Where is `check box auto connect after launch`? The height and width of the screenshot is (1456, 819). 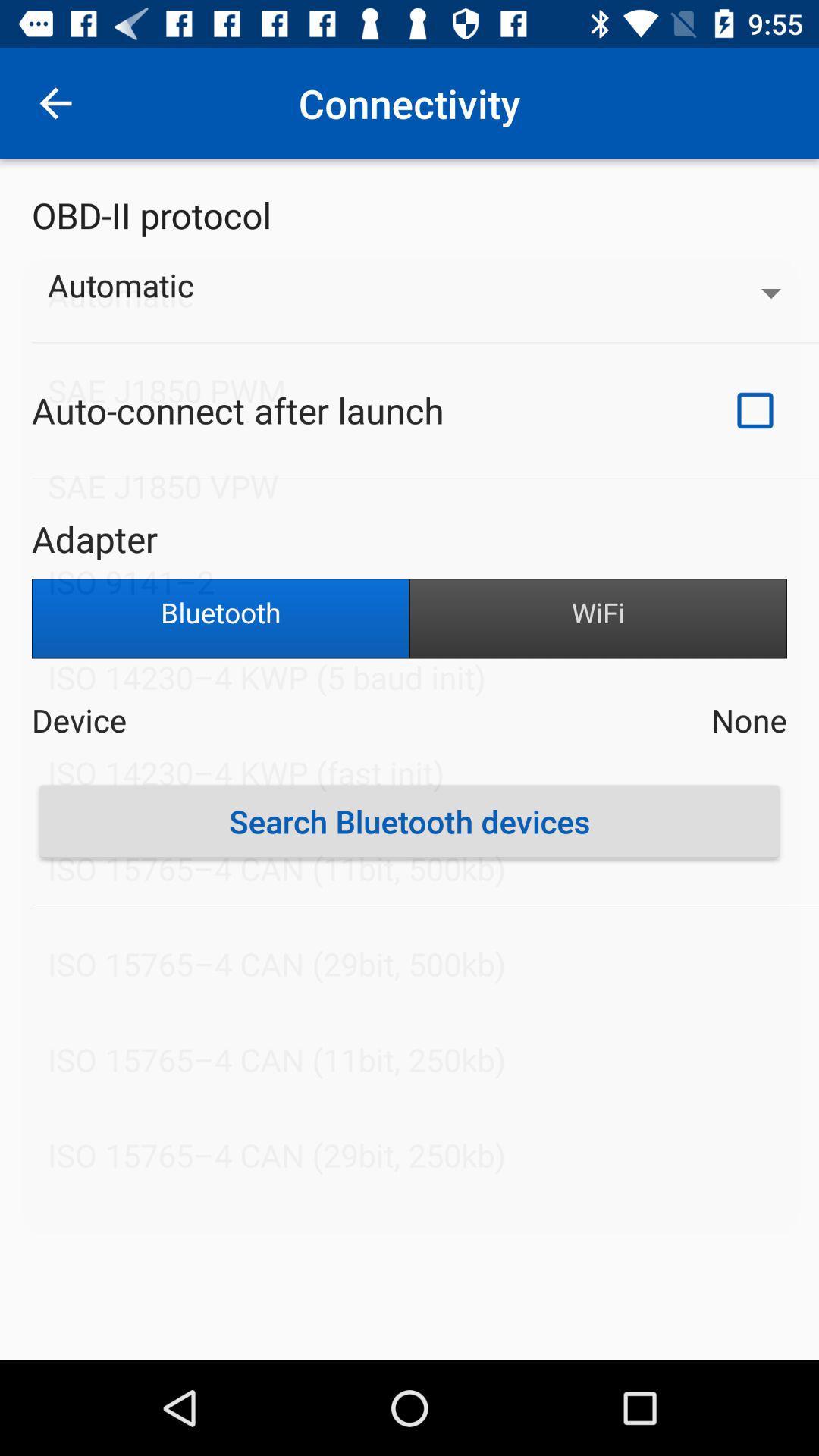 check box auto connect after launch is located at coordinates (755, 410).